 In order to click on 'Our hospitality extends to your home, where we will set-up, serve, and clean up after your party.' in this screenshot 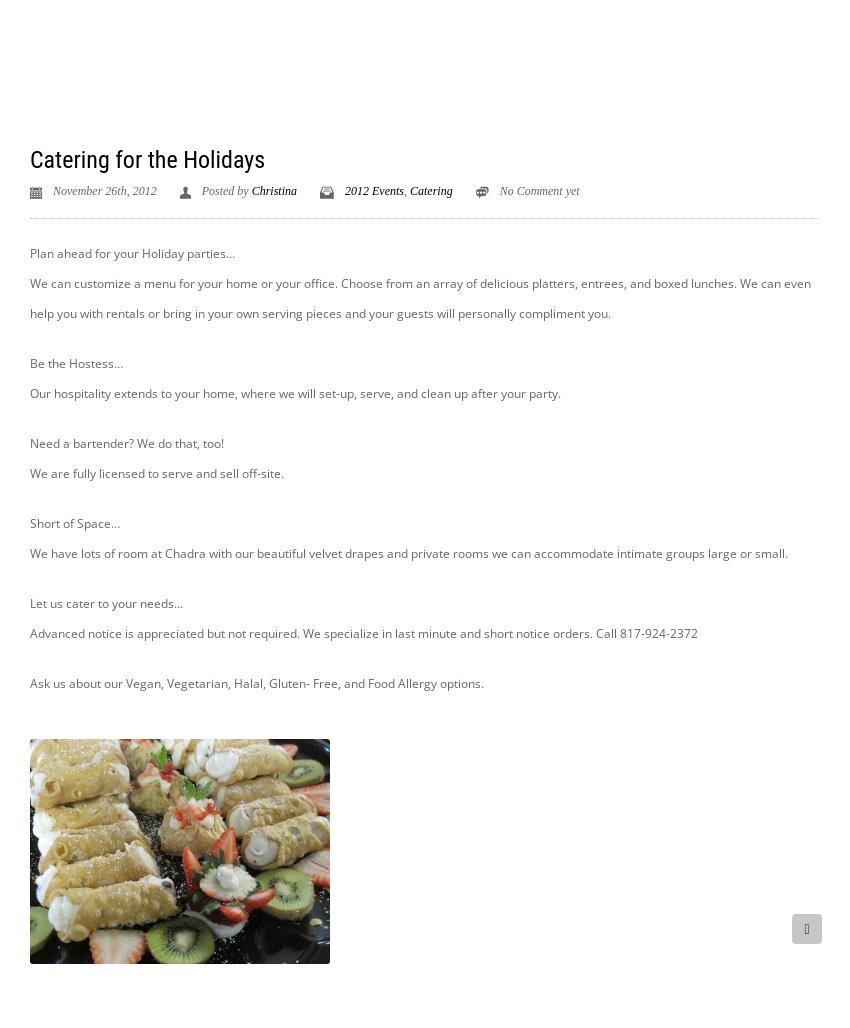, I will do `click(294, 392)`.